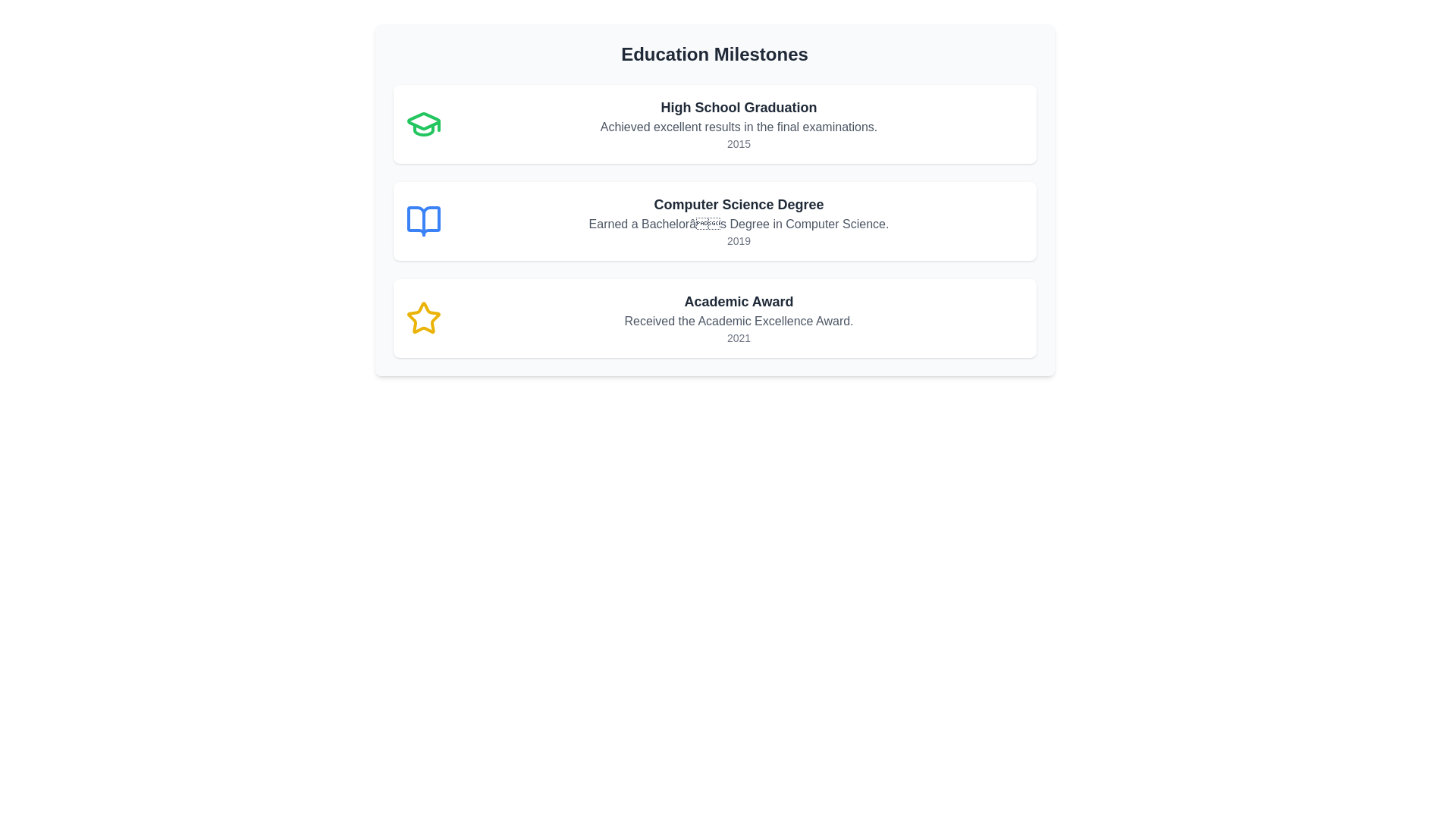  Describe the element at coordinates (739, 107) in the screenshot. I see `the Text Label that serves as the title for the milestone at the top of the 'High School Graduation' block under 'Education Milestones'` at that location.